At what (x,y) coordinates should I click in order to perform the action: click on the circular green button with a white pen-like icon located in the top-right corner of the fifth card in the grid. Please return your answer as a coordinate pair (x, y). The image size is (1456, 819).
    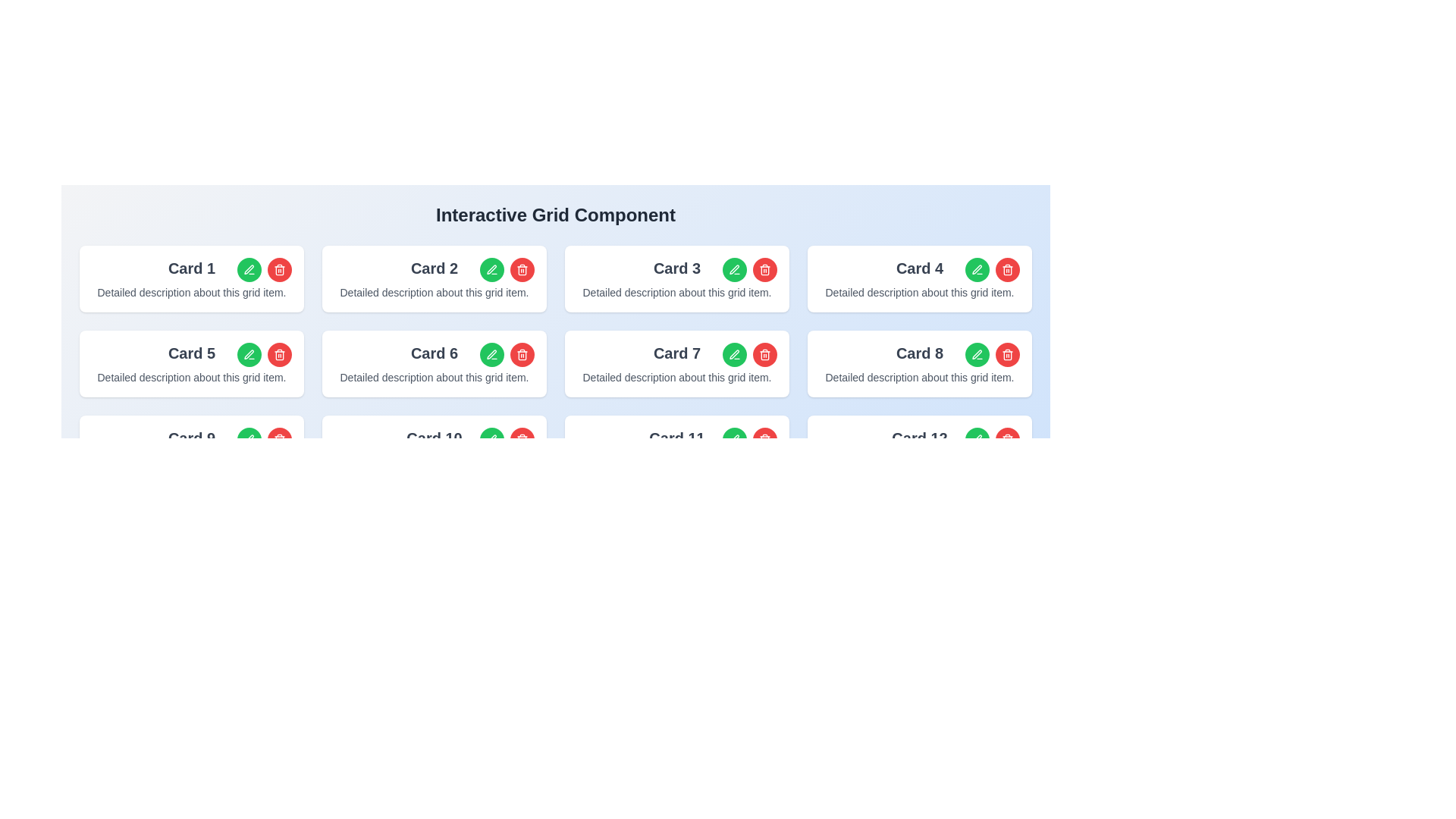
    Looking at the image, I should click on (249, 354).